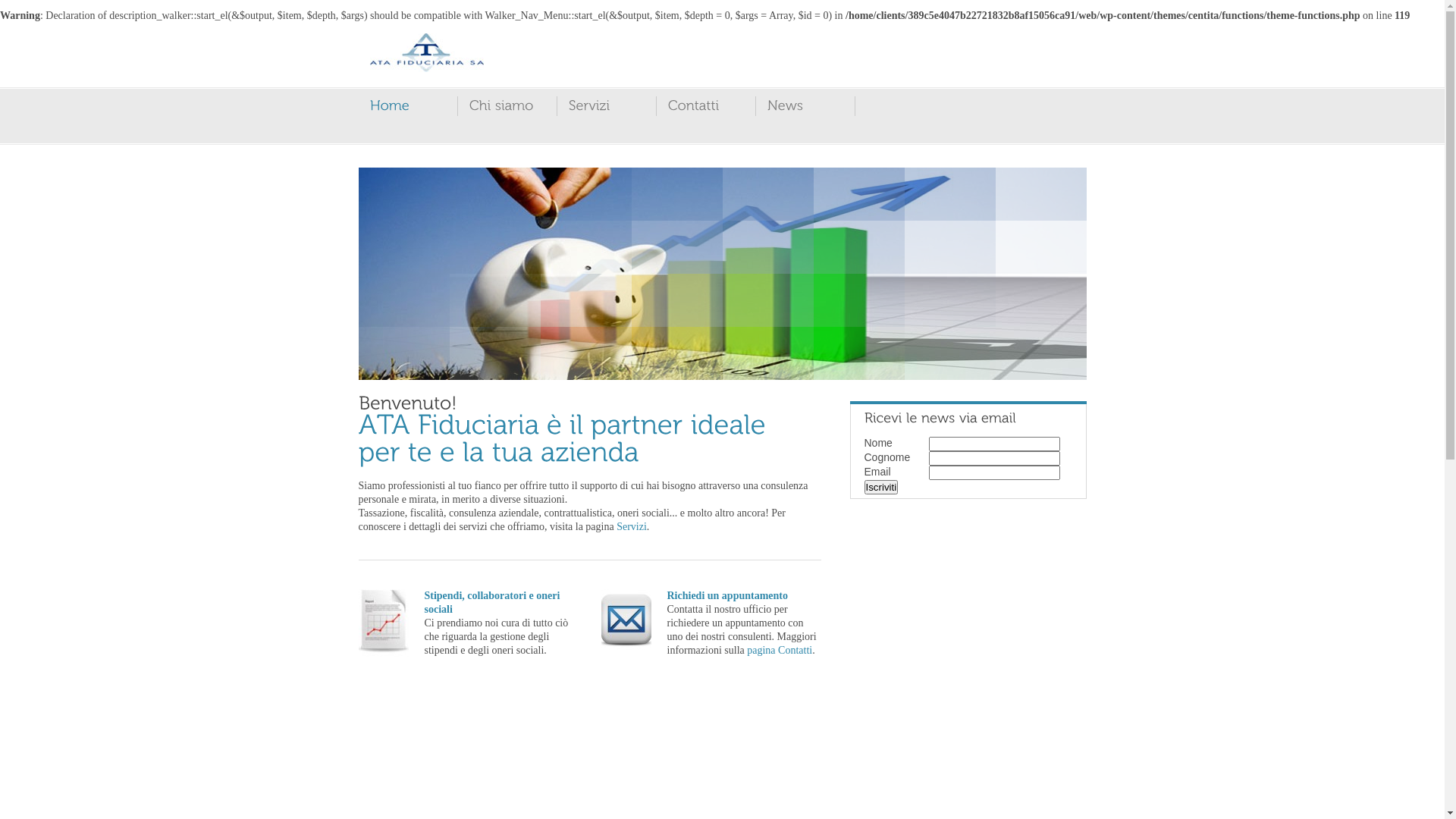  I want to click on 'pagina Contatti', so click(746, 649).